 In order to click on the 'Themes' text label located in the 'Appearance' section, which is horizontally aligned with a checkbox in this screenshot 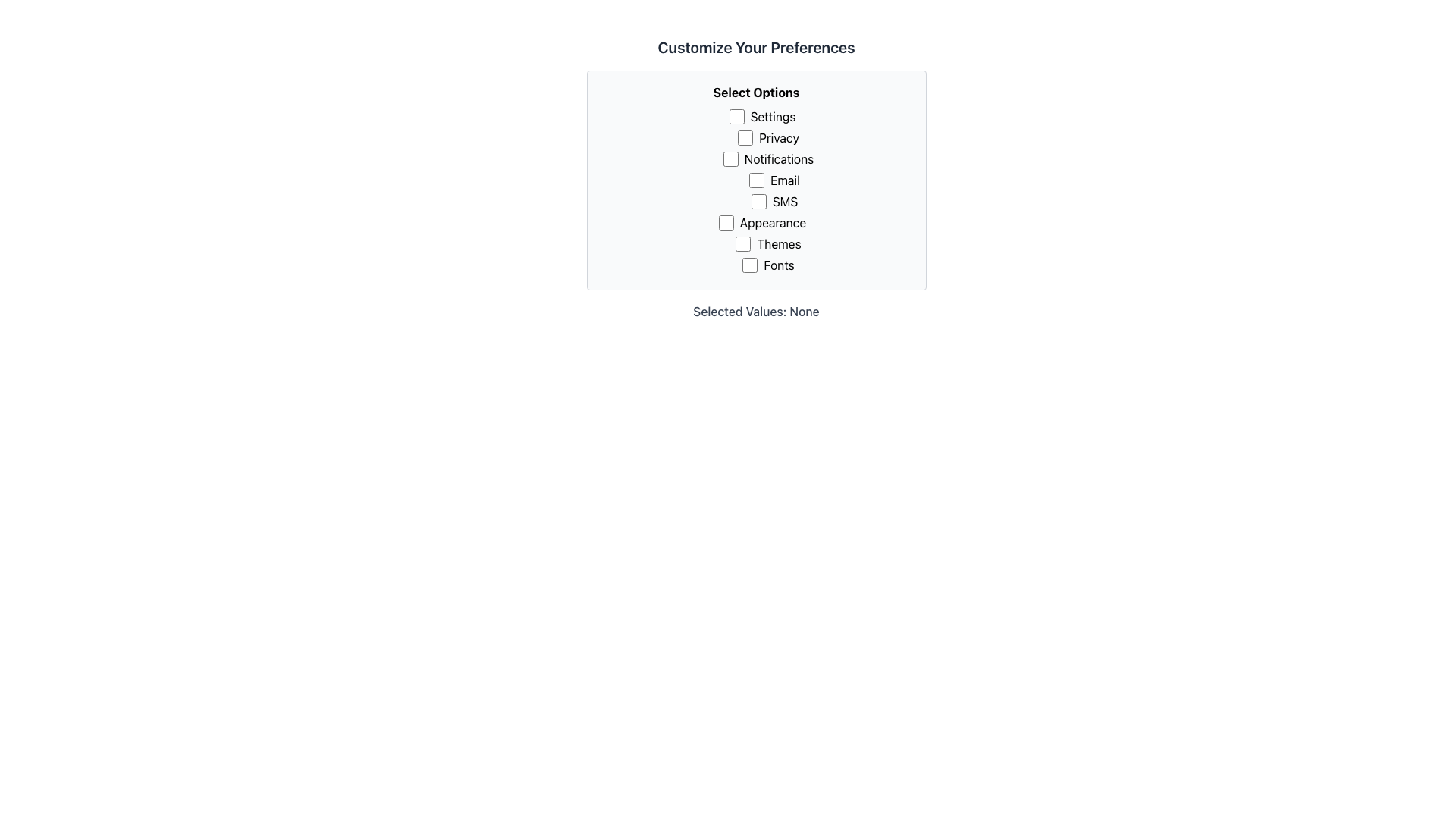, I will do `click(768, 243)`.